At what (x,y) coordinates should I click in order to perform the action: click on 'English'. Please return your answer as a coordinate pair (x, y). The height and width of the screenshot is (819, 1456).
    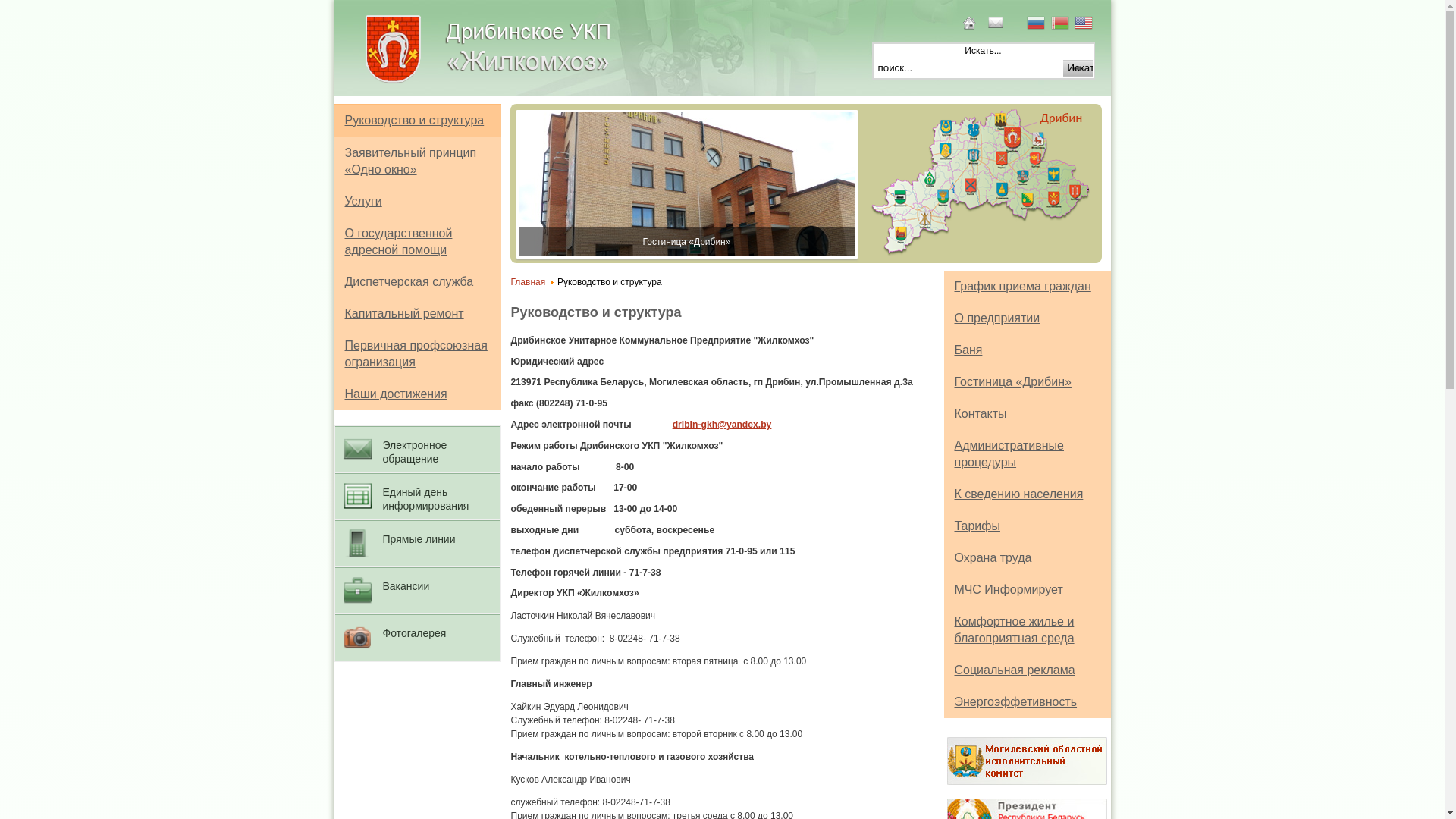
    Looking at the image, I should click on (1084, 24).